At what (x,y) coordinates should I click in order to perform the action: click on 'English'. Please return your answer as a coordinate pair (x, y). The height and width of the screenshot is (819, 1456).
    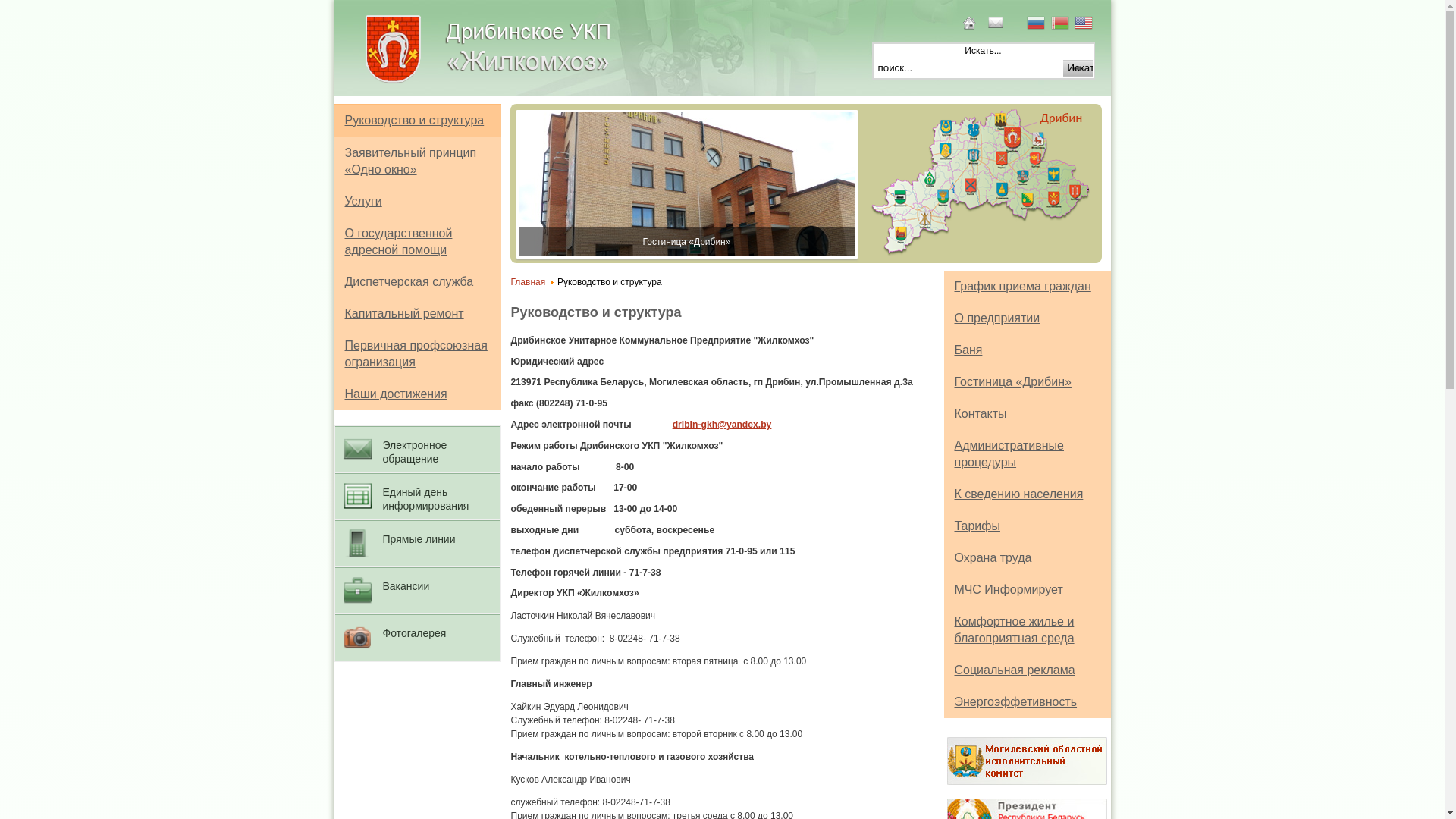
    Looking at the image, I should click on (1084, 24).